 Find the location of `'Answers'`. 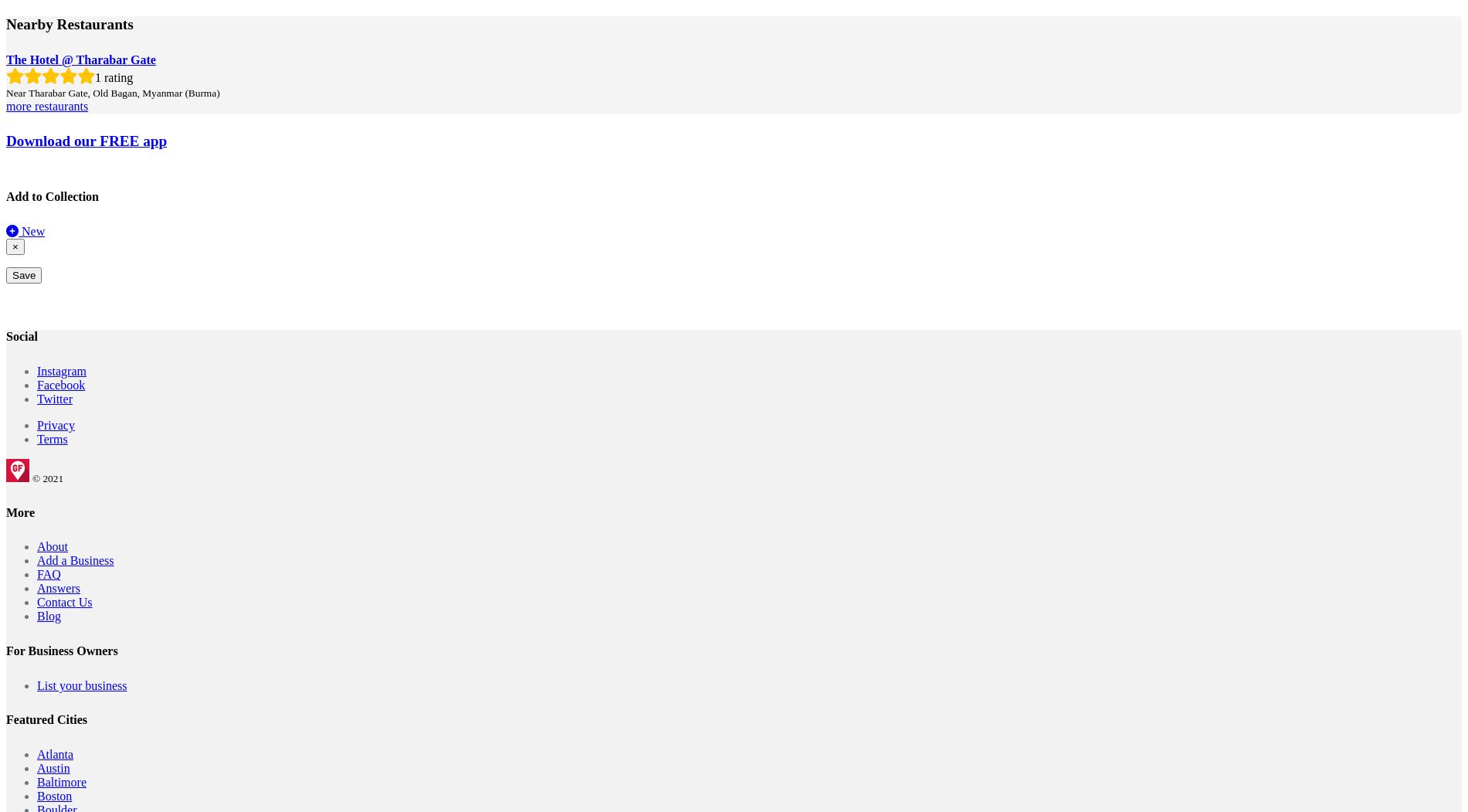

'Answers' is located at coordinates (59, 588).